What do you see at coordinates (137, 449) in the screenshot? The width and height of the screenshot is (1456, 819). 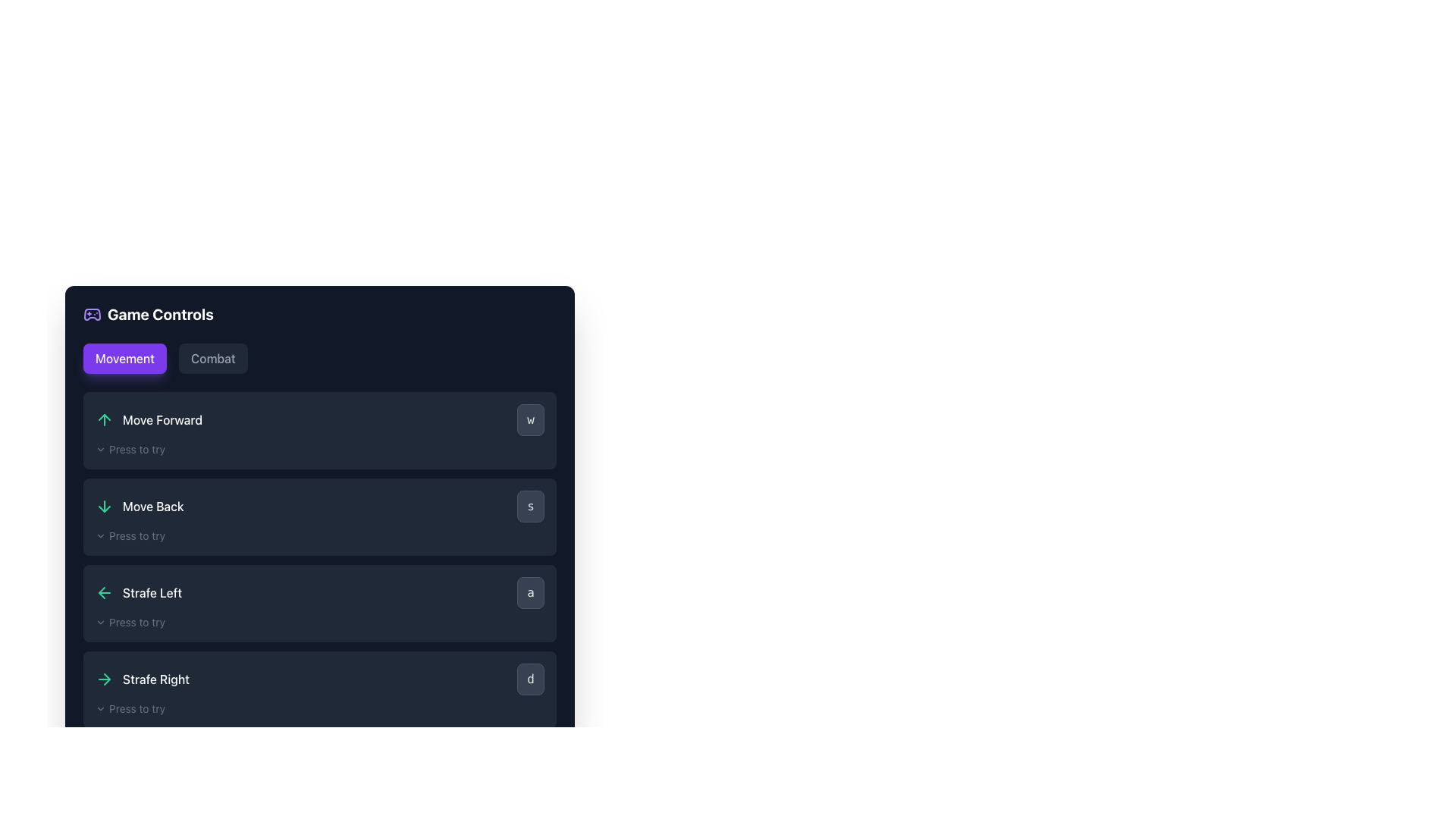 I see `the text label that displays 'Press to try' within the 'Move Forward' section under the 'Movement' category` at bounding box center [137, 449].